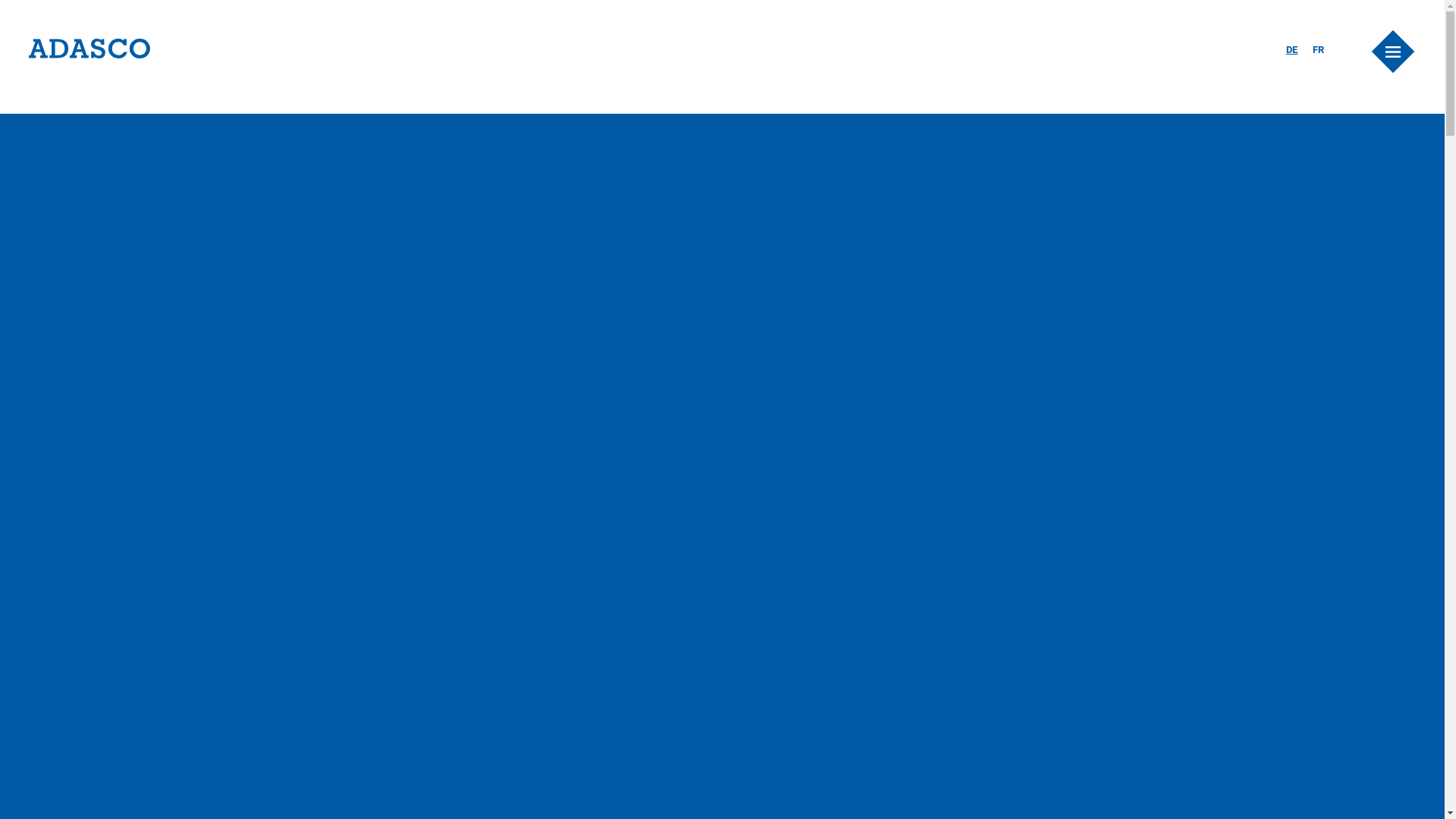  What do you see at coordinates (1317, 49) in the screenshot?
I see `'FR'` at bounding box center [1317, 49].